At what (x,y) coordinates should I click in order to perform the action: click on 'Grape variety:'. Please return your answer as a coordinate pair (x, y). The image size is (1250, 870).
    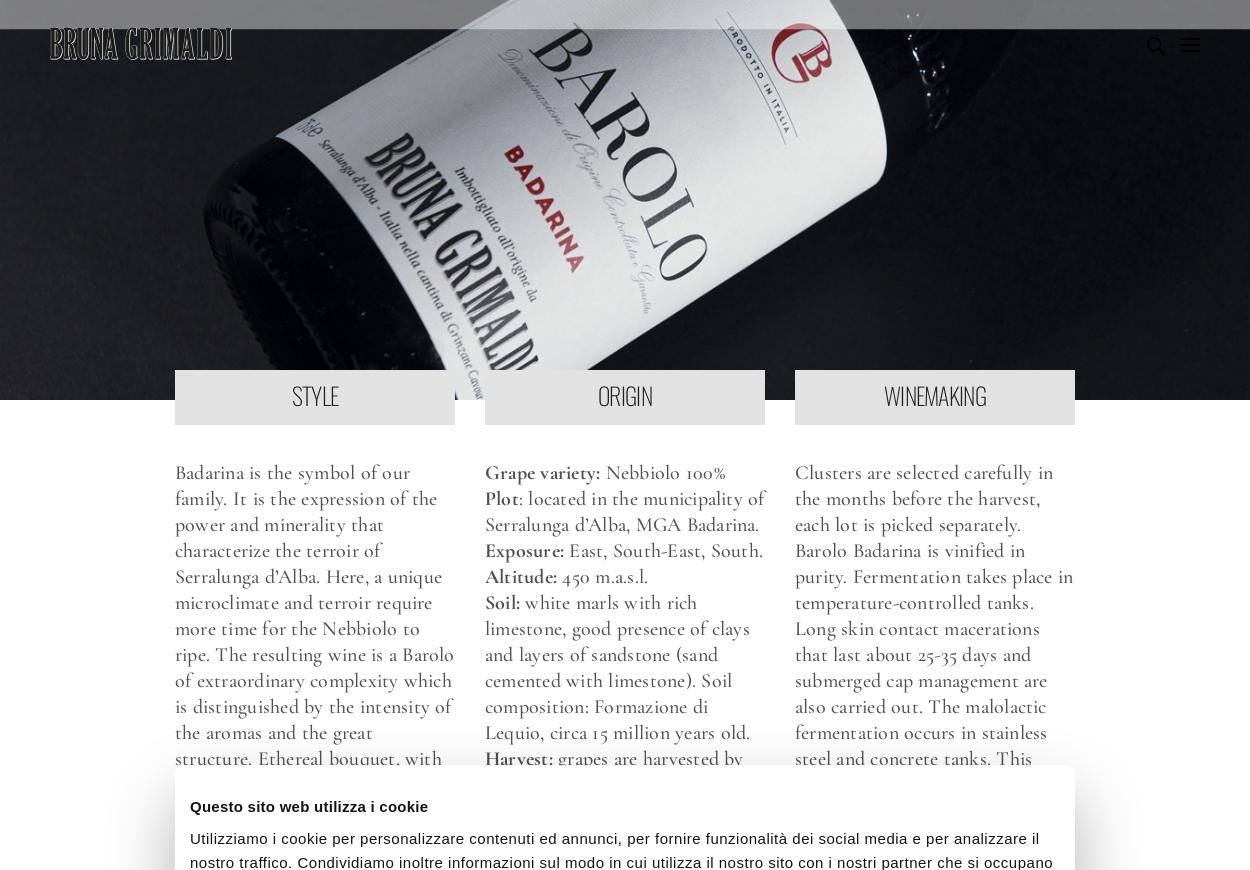
    Looking at the image, I should click on (542, 472).